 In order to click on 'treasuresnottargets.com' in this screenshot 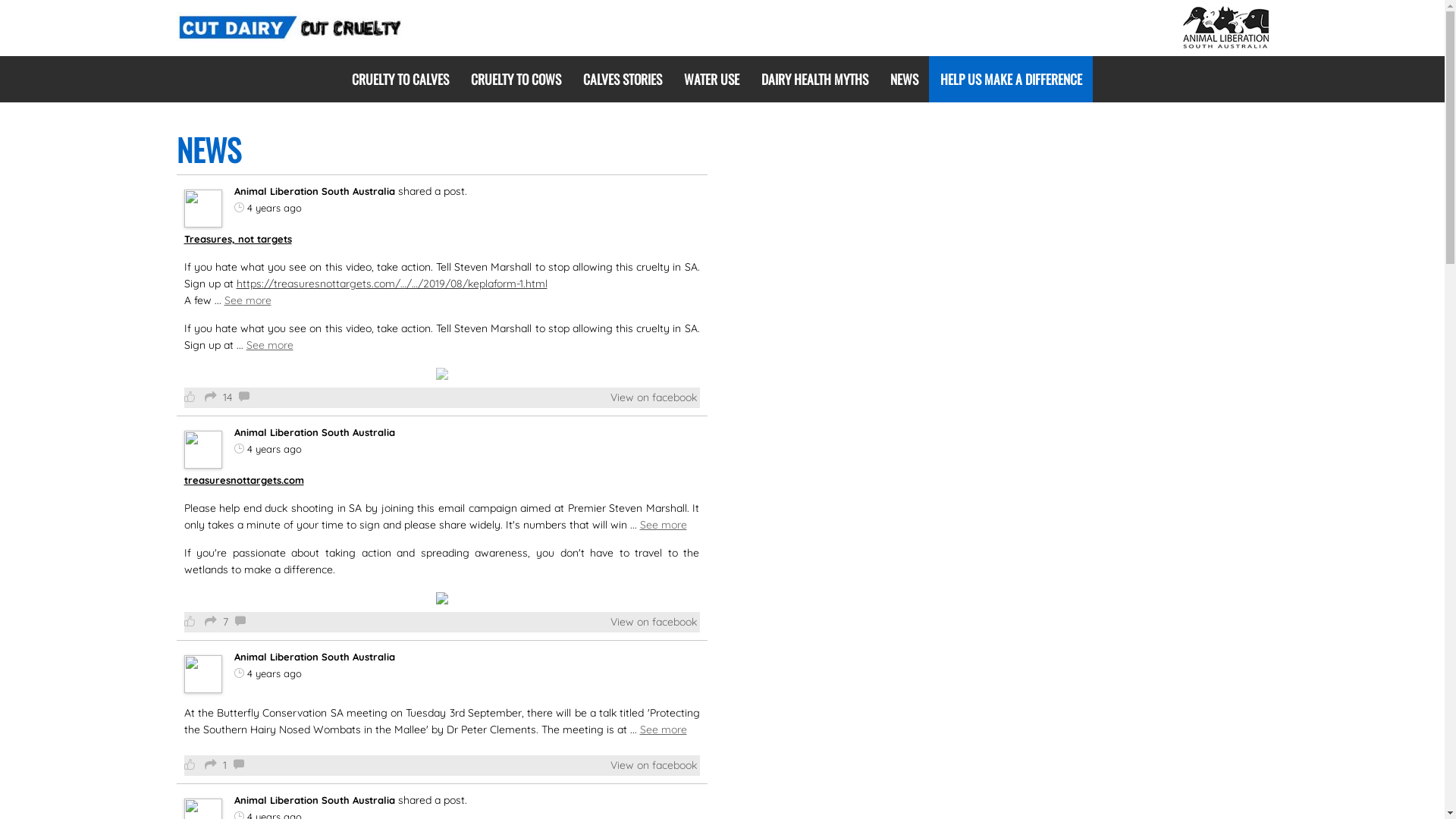, I will do `click(243, 479)`.